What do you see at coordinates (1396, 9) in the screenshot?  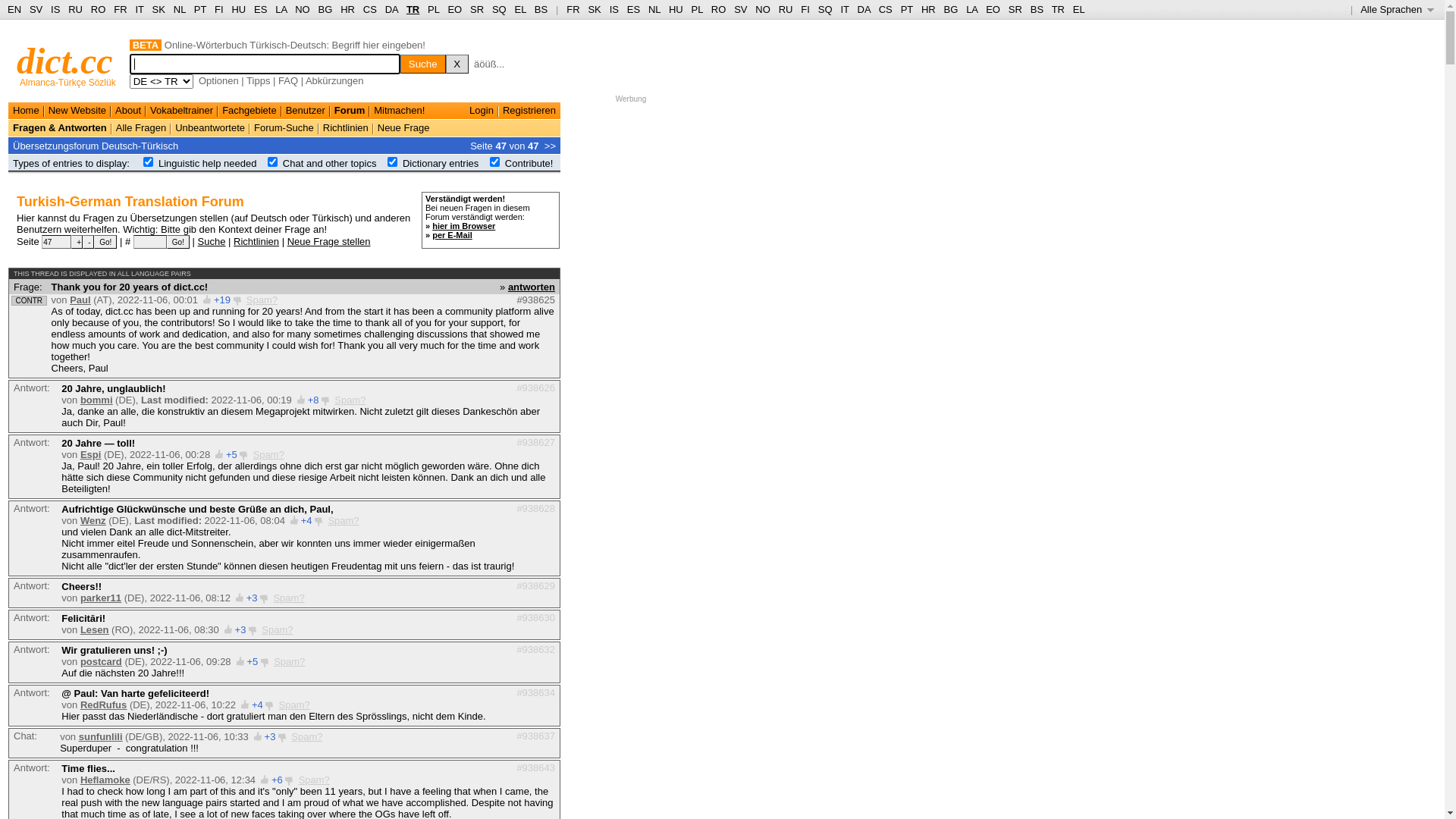 I see `'Alle Sprachen '` at bounding box center [1396, 9].